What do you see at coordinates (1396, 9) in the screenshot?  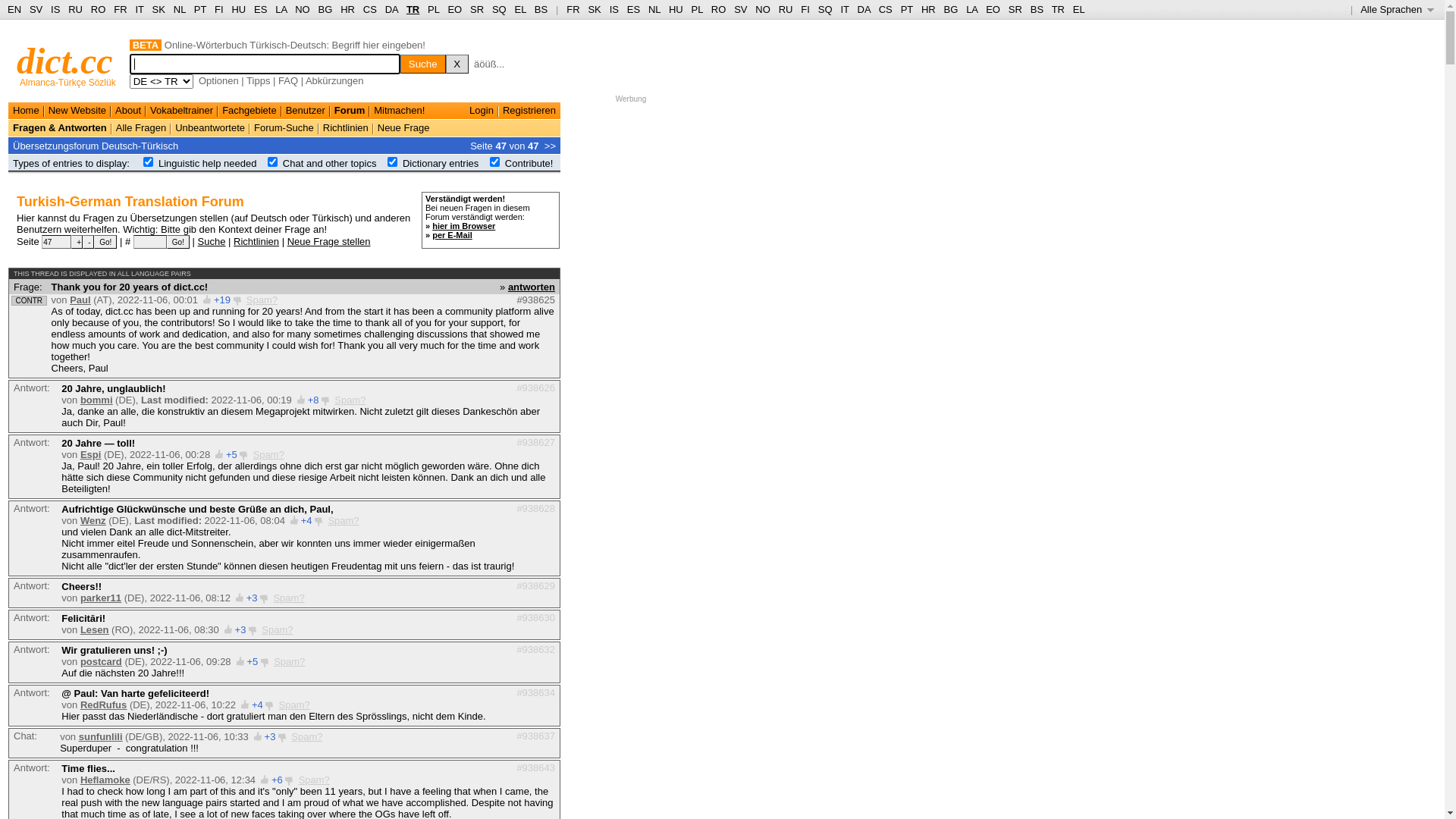 I see `'Alle Sprachen '` at bounding box center [1396, 9].